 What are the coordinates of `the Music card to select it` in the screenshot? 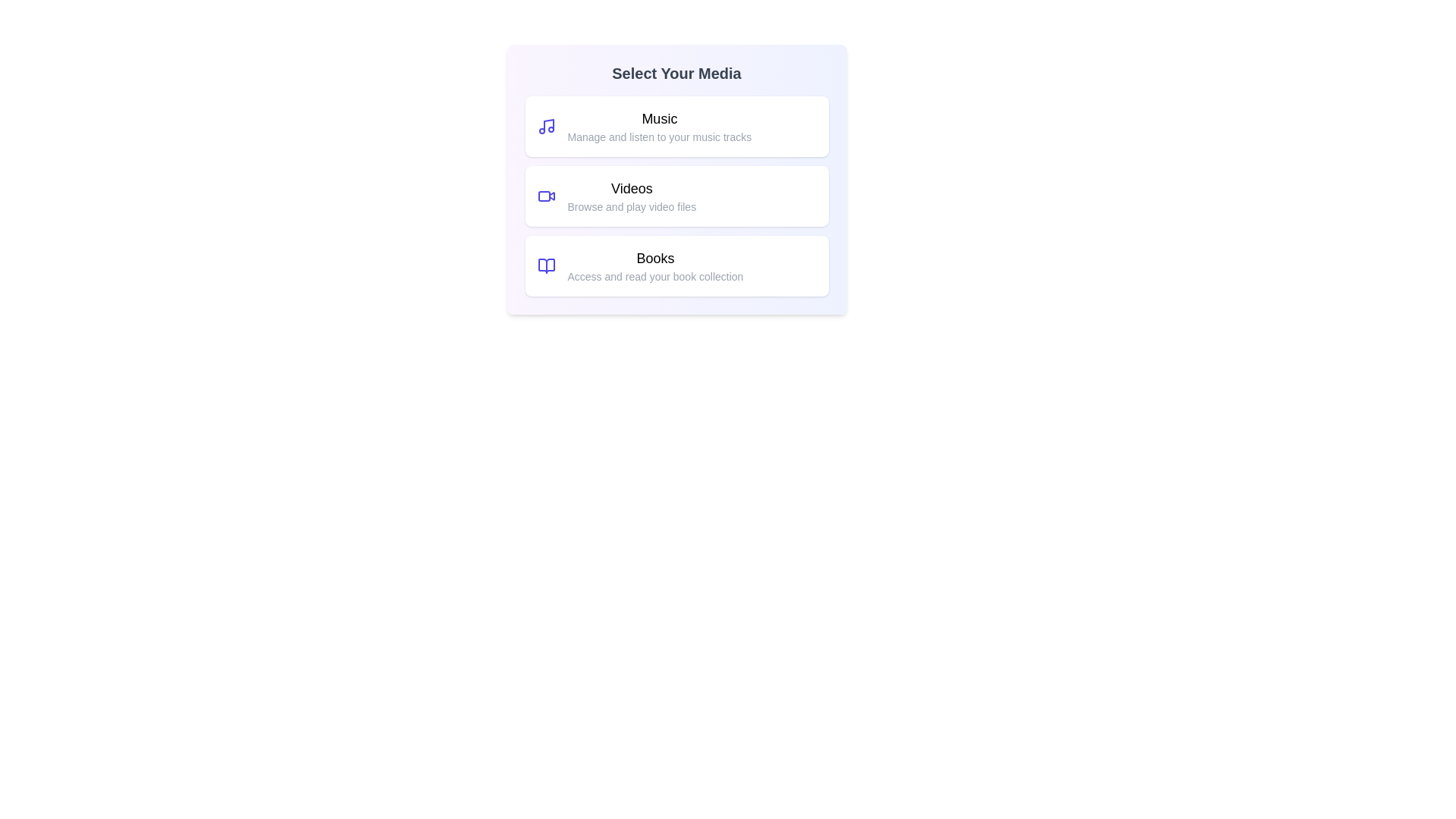 It's located at (676, 125).